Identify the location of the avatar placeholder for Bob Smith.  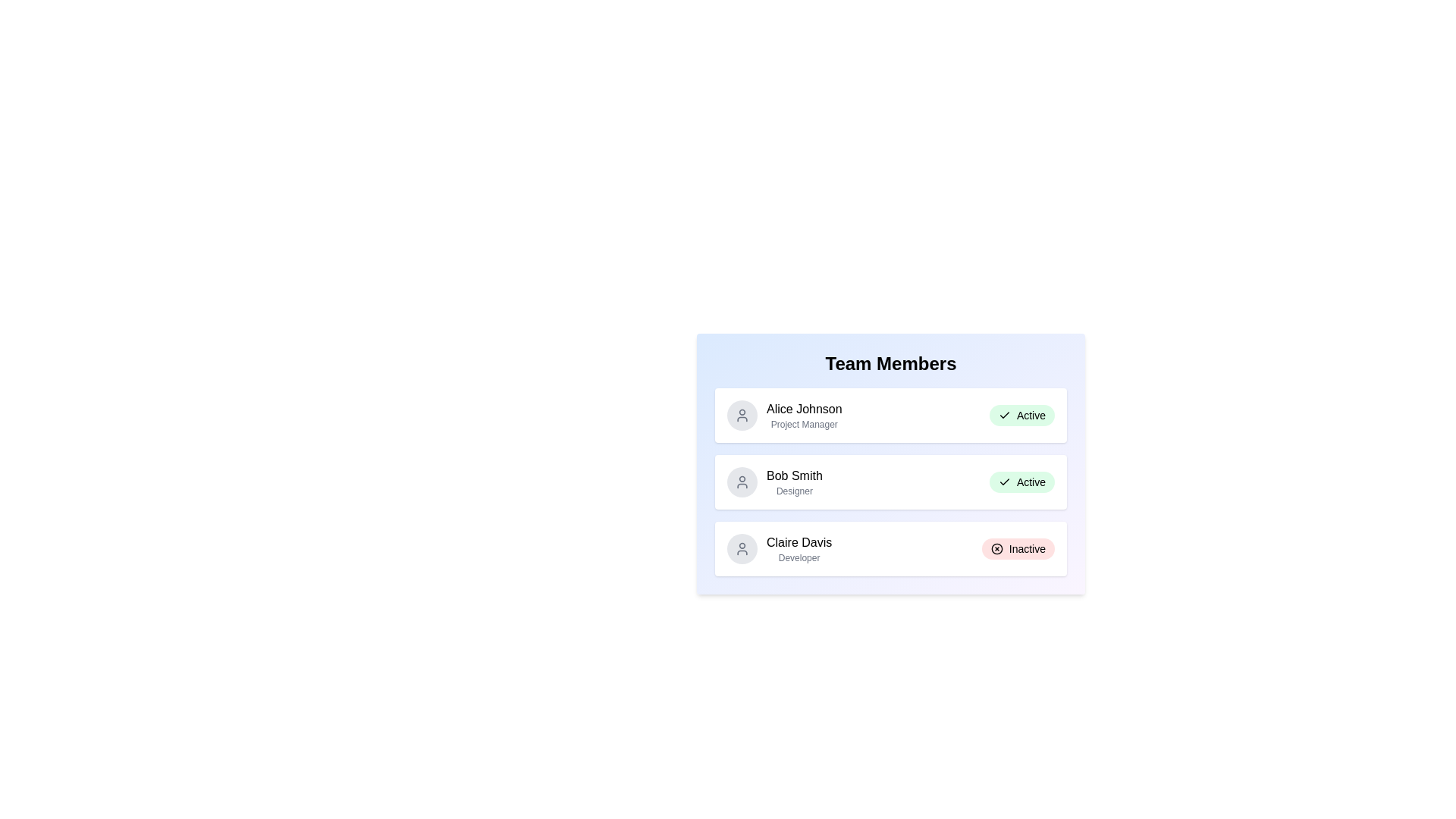
(742, 482).